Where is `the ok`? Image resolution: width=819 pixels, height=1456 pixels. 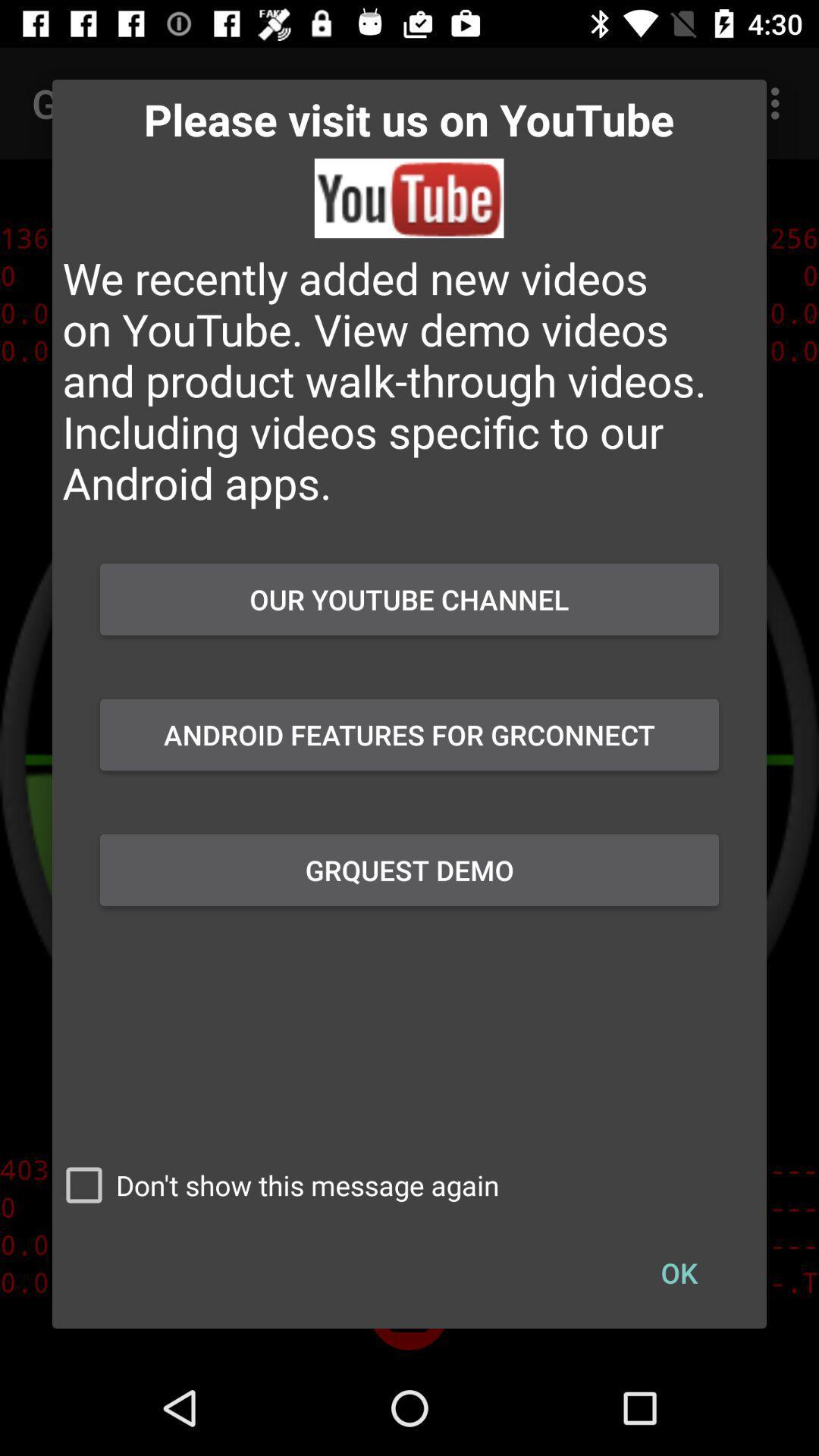
the ok is located at coordinates (678, 1272).